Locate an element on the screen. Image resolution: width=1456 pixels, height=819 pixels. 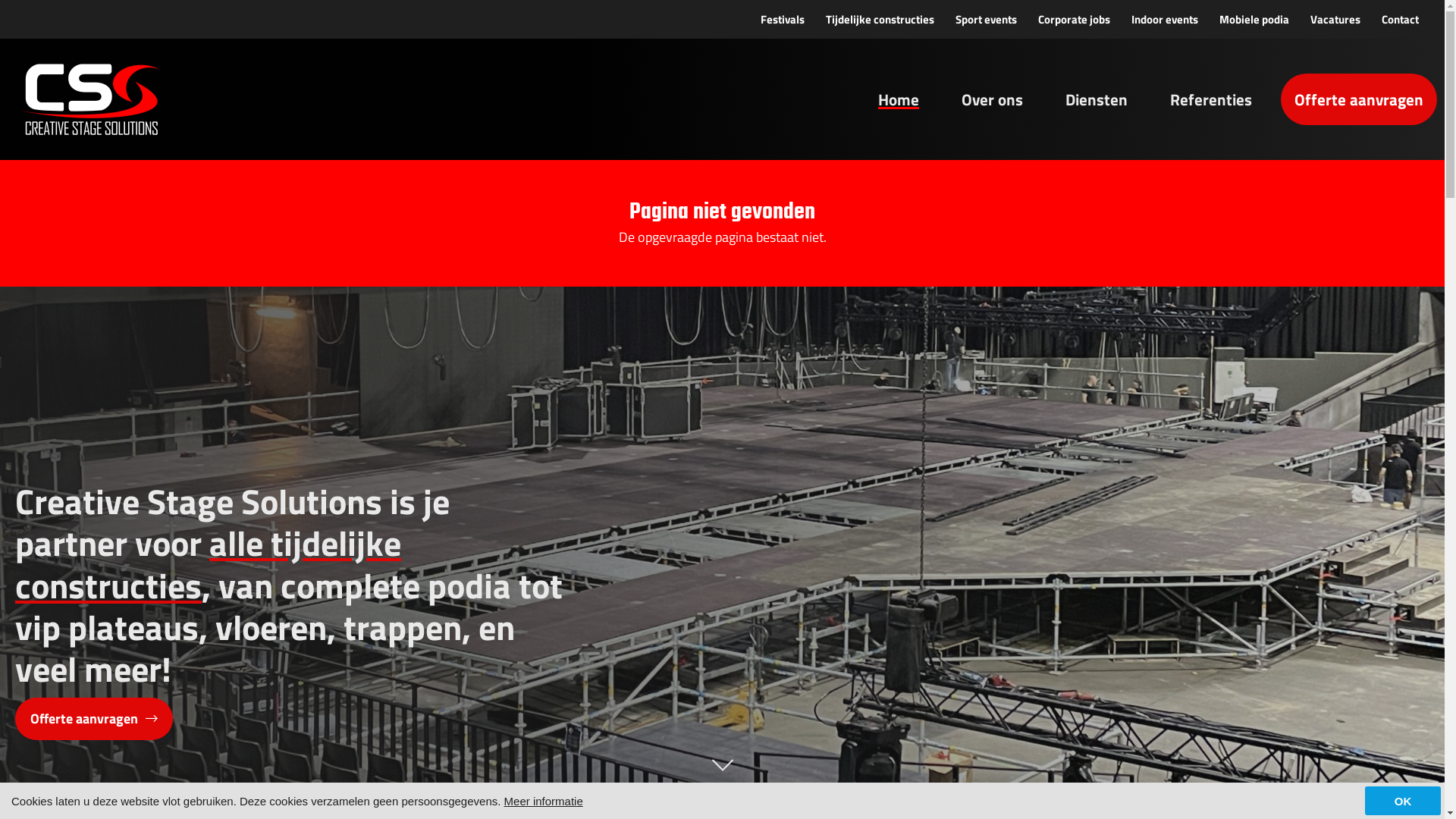
'Corporate jobs' is located at coordinates (1073, 19).